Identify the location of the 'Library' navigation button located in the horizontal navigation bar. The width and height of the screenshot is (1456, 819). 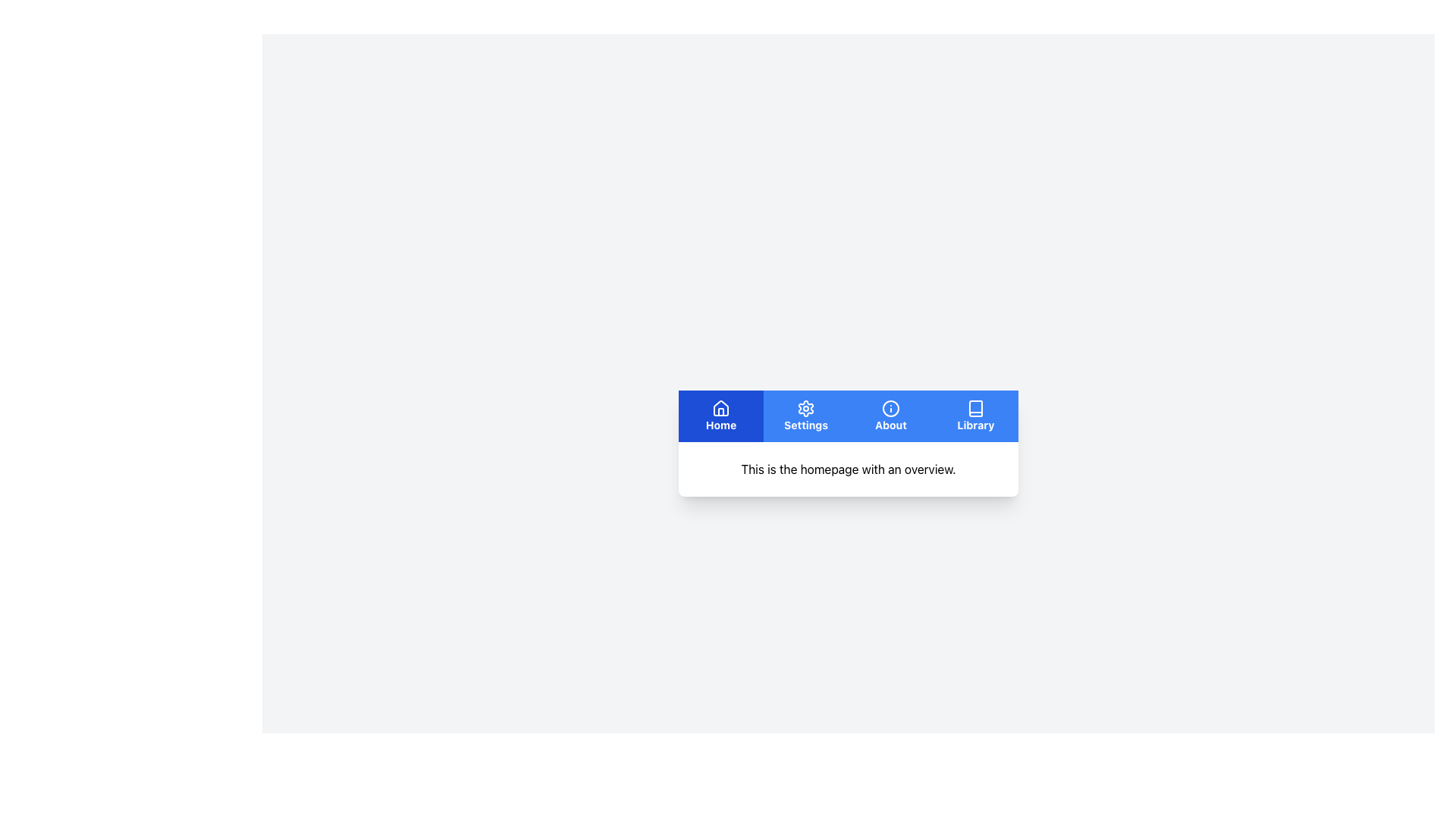
(975, 416).